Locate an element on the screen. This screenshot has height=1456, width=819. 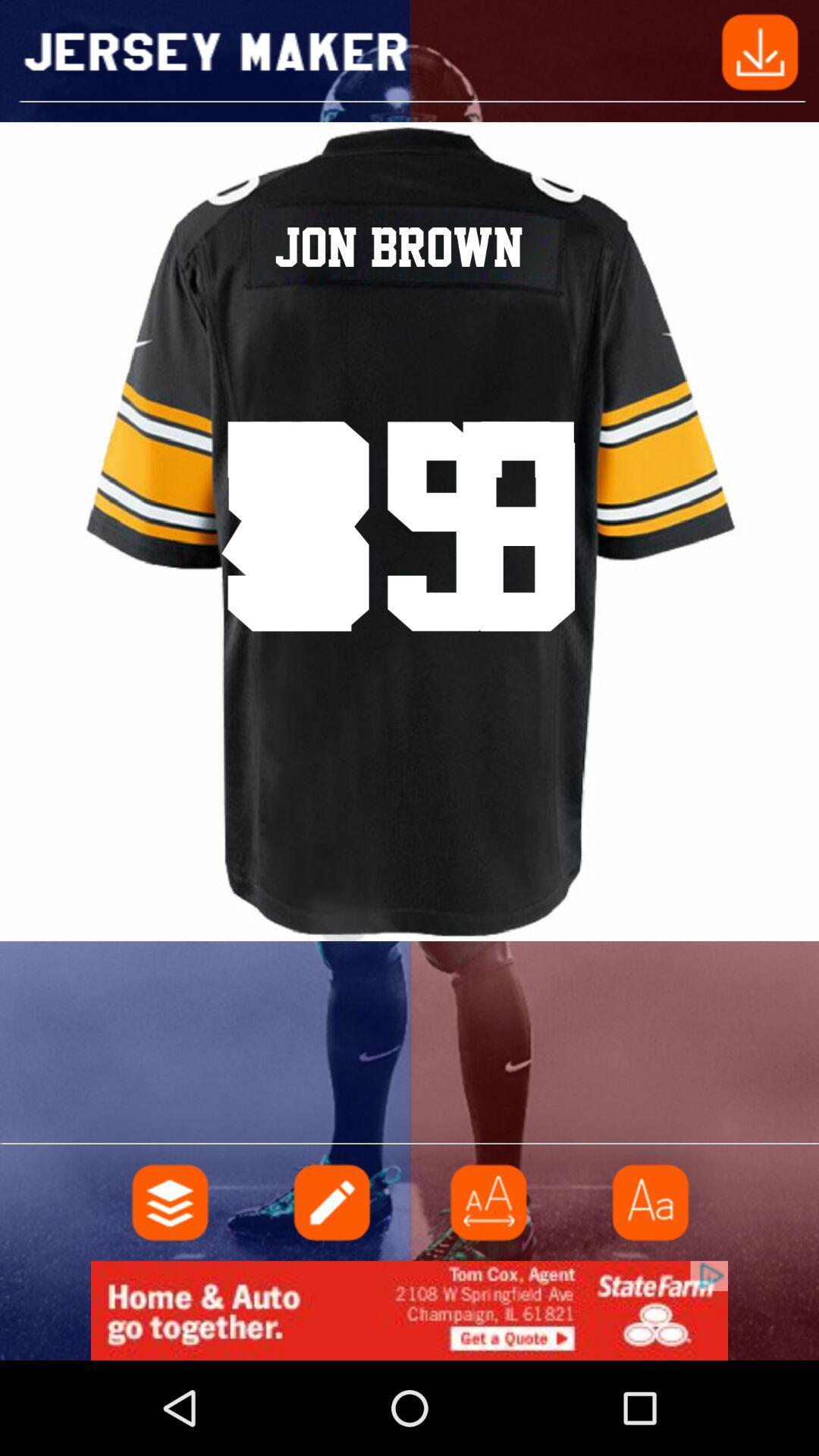
clickable advertisement is located at coordinates (409, 1310).